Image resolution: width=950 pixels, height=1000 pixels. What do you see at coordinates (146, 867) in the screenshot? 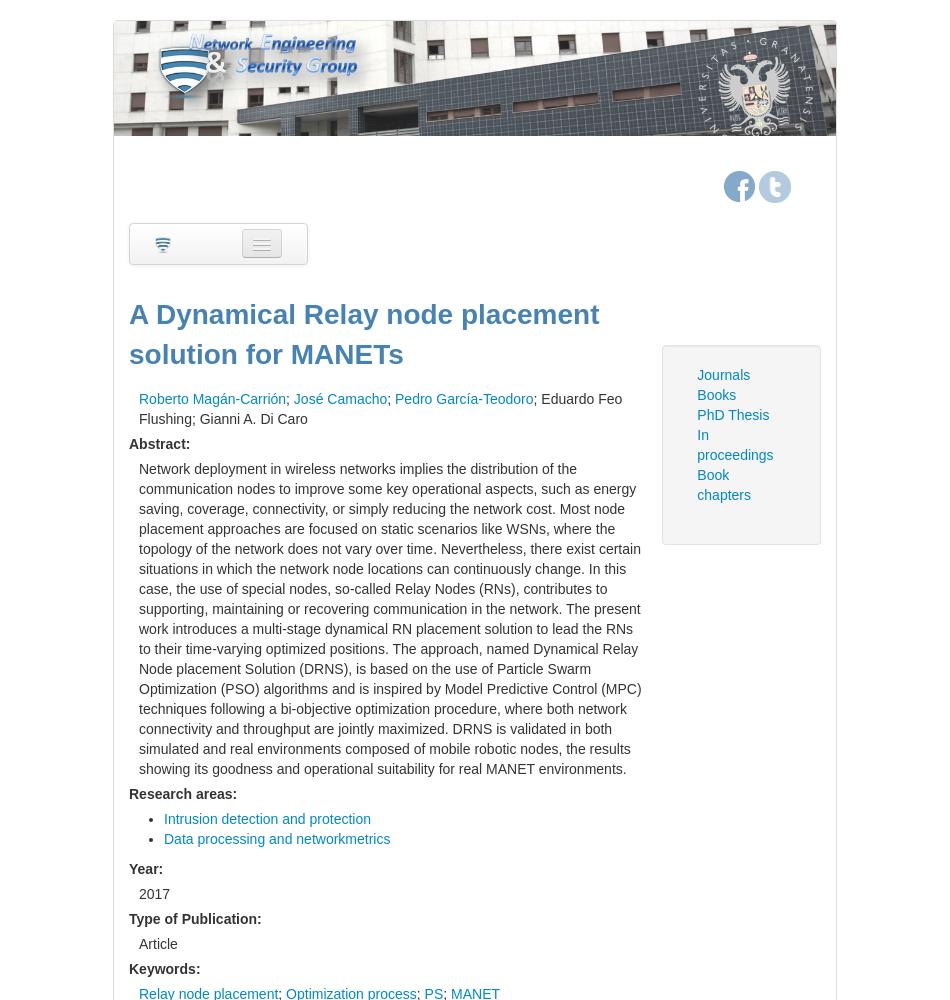
I see `'Year:'` at bounding box center [146, 867].